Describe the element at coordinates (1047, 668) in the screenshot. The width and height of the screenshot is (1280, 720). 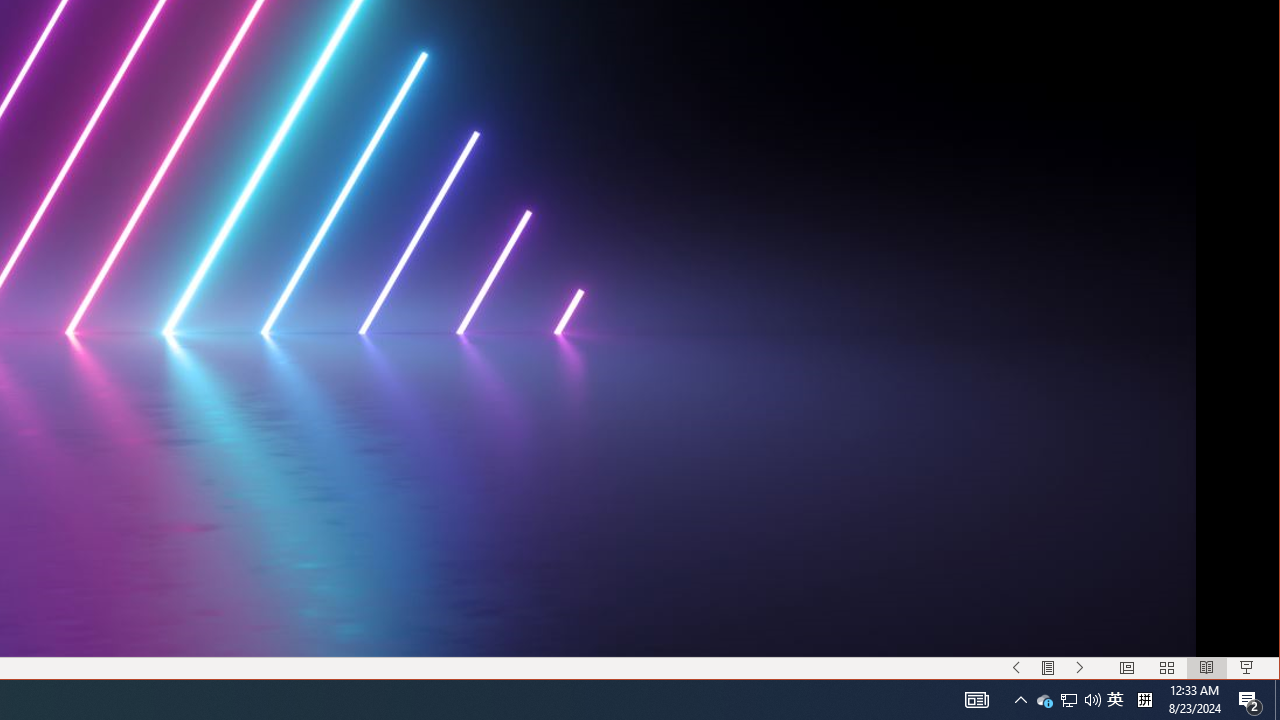
I see `'Menu On'` at that location.